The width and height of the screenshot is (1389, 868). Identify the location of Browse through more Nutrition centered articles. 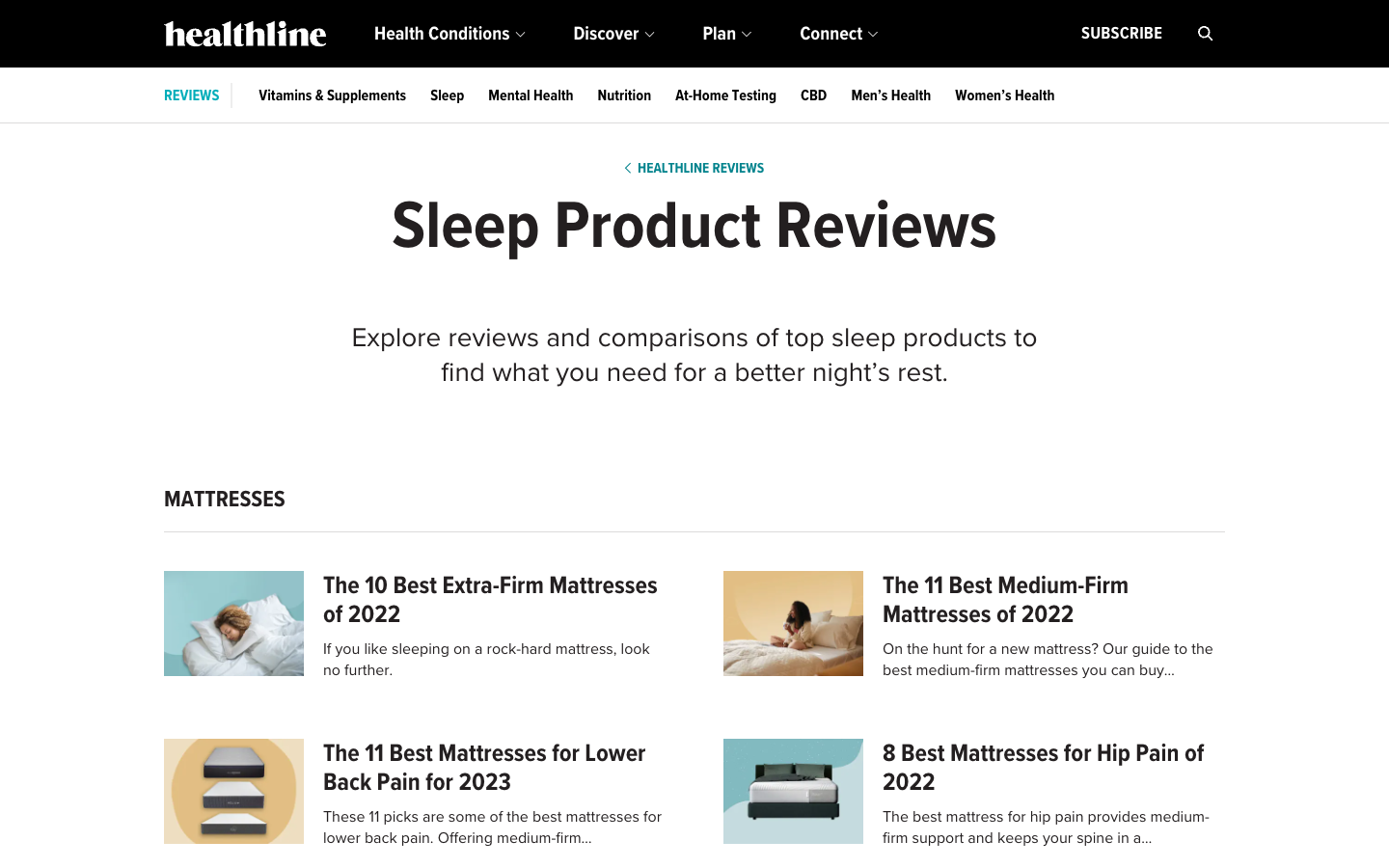
(623, 95).